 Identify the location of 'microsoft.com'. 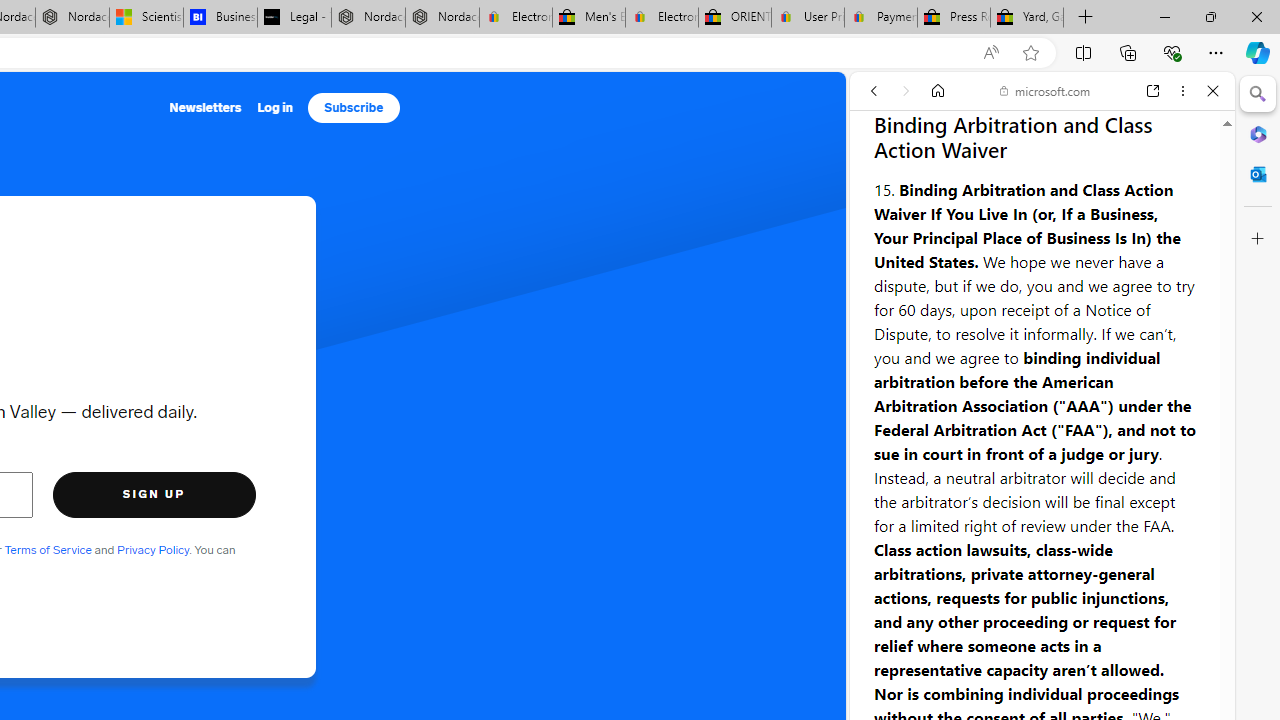
(1044, 91).